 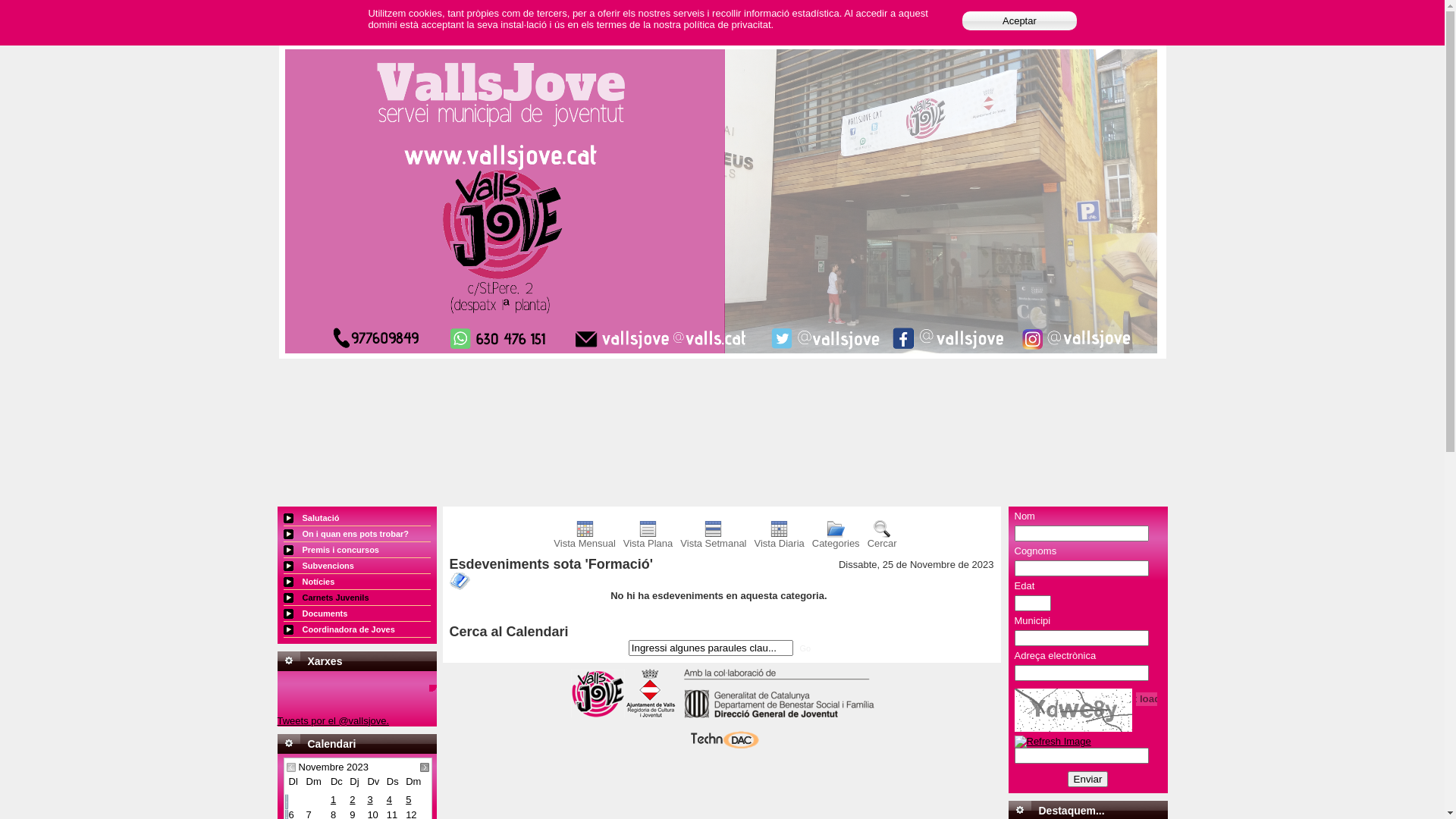 I want to click on 'Desembre 2023', so click(x=425, y=767).